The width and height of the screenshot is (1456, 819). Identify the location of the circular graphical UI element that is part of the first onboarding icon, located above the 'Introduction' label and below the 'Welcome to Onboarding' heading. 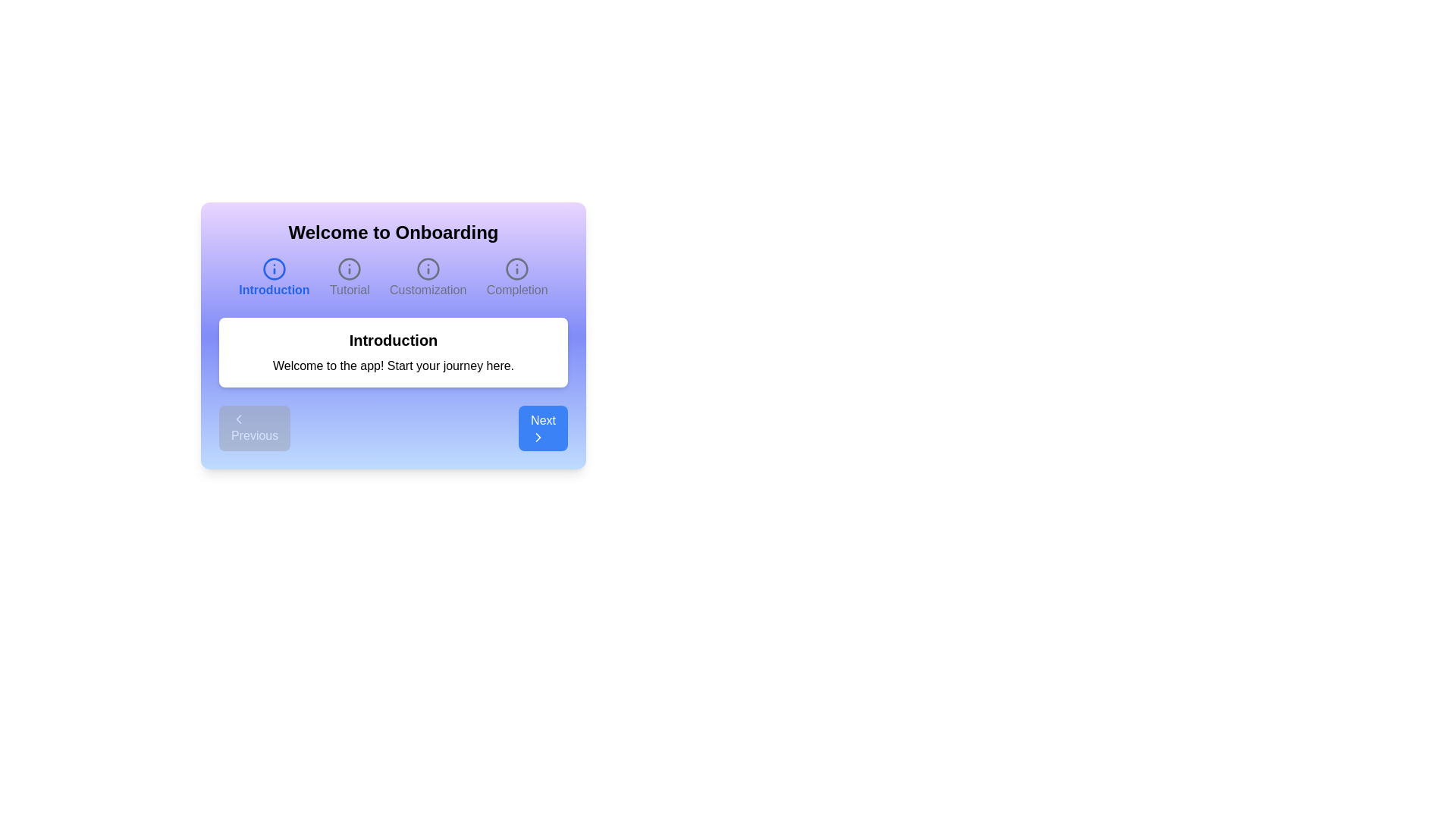
(274, 268).